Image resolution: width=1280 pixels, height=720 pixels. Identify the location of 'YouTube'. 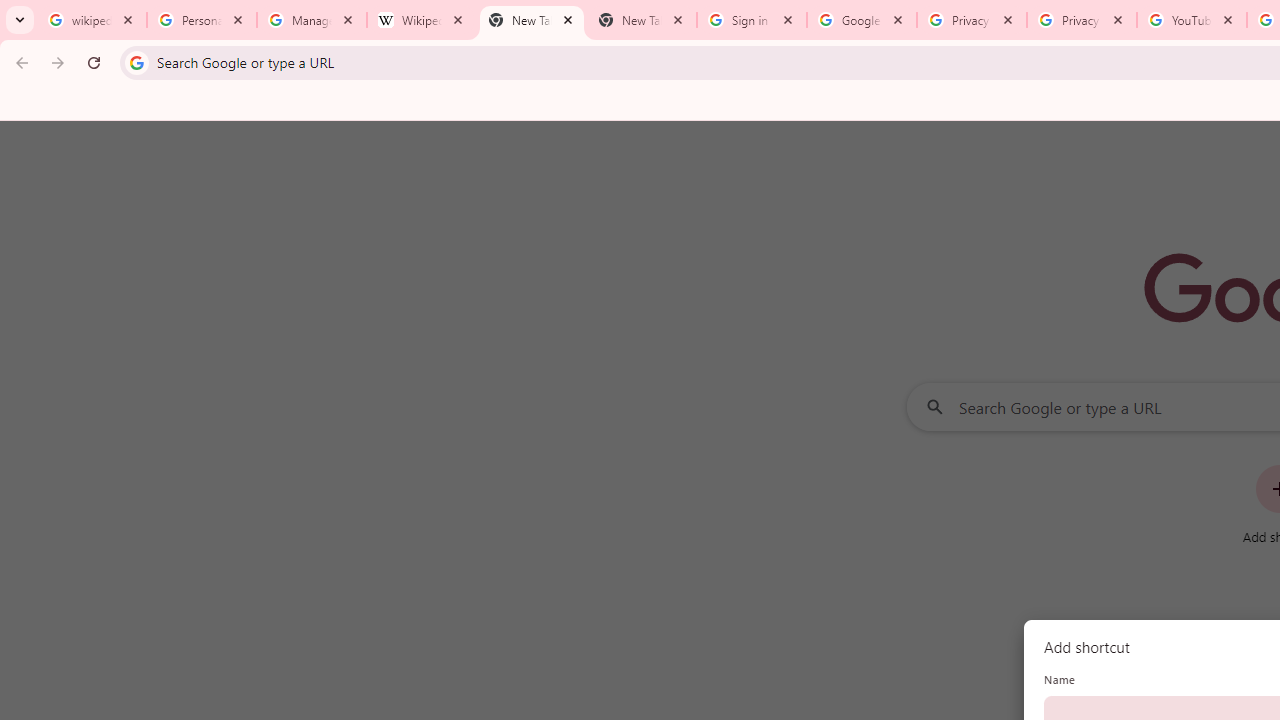
(1191, 20).